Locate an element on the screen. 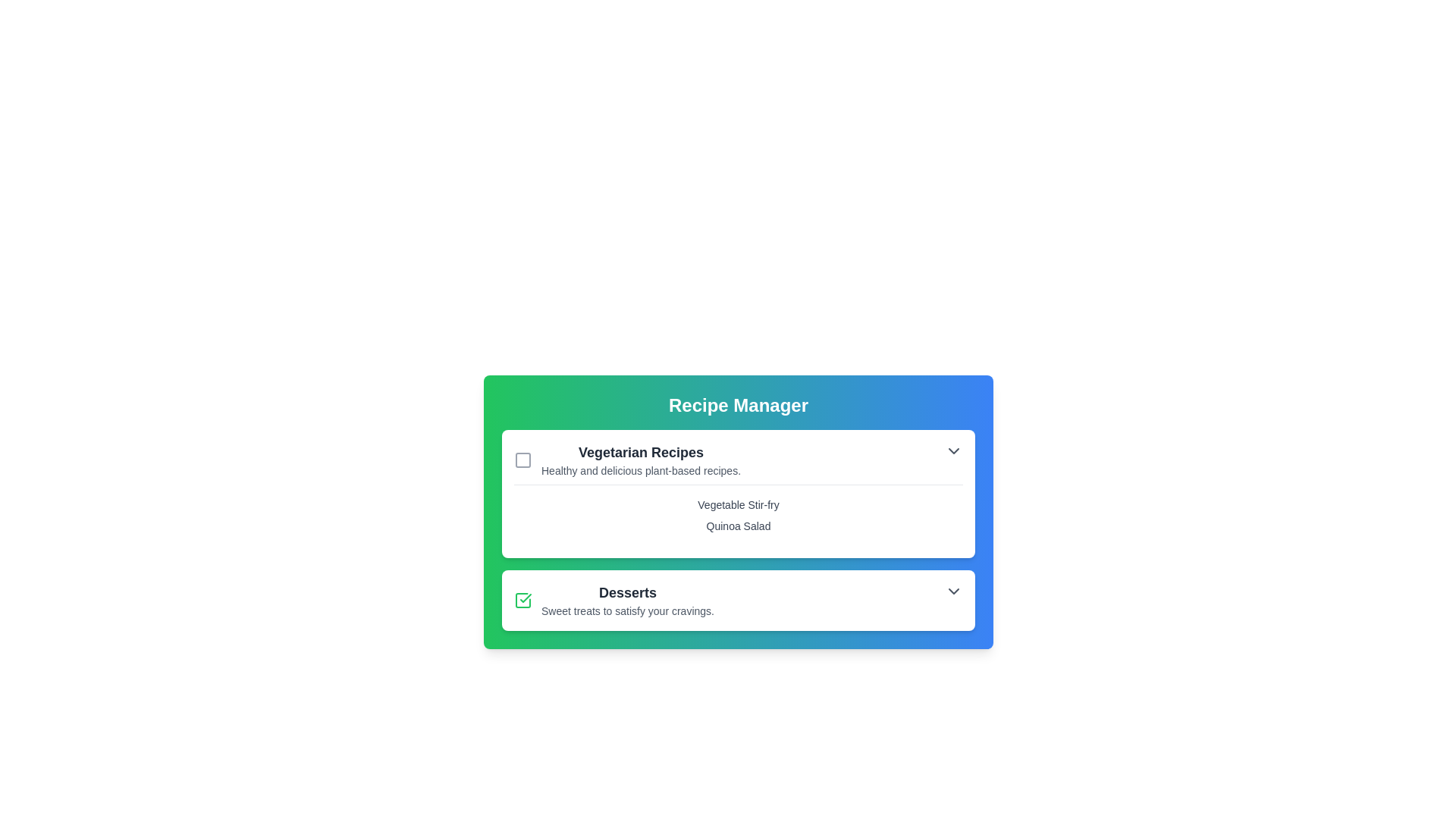 The height and width of the screenshot is (819, 1456). the text block titled 'Vegetarian Recipes' that includes a subtitle 'Healthy and delicious plant-based recipes.' located in the middle of the interface under 'Recipe Manager.' is located at coordinates (641, 459).